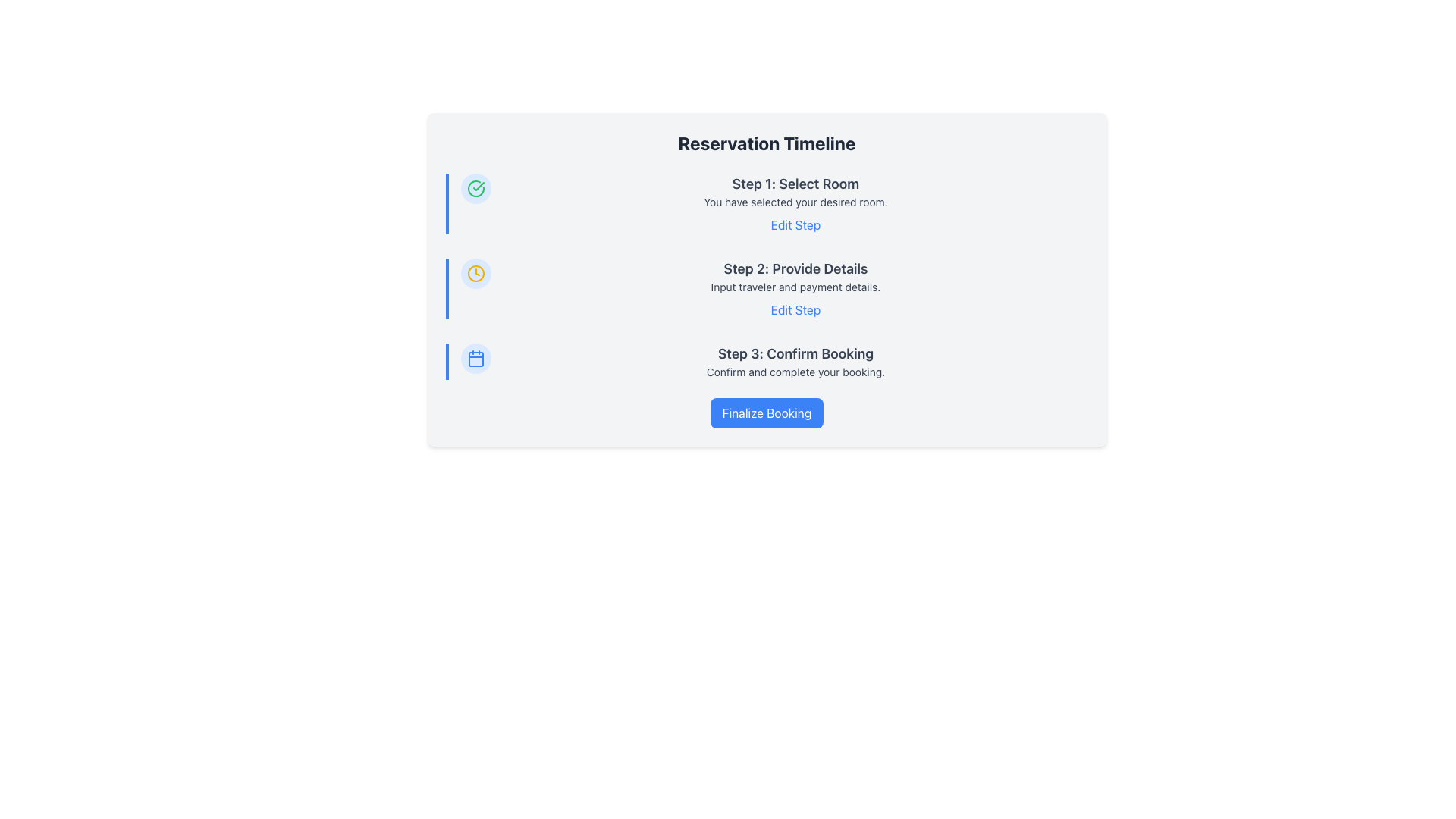  I want to click on the text label that reads 'You have selected your desired room.', which is positioned beneath the header 'Step 1: Select Room', so click(795, 201).